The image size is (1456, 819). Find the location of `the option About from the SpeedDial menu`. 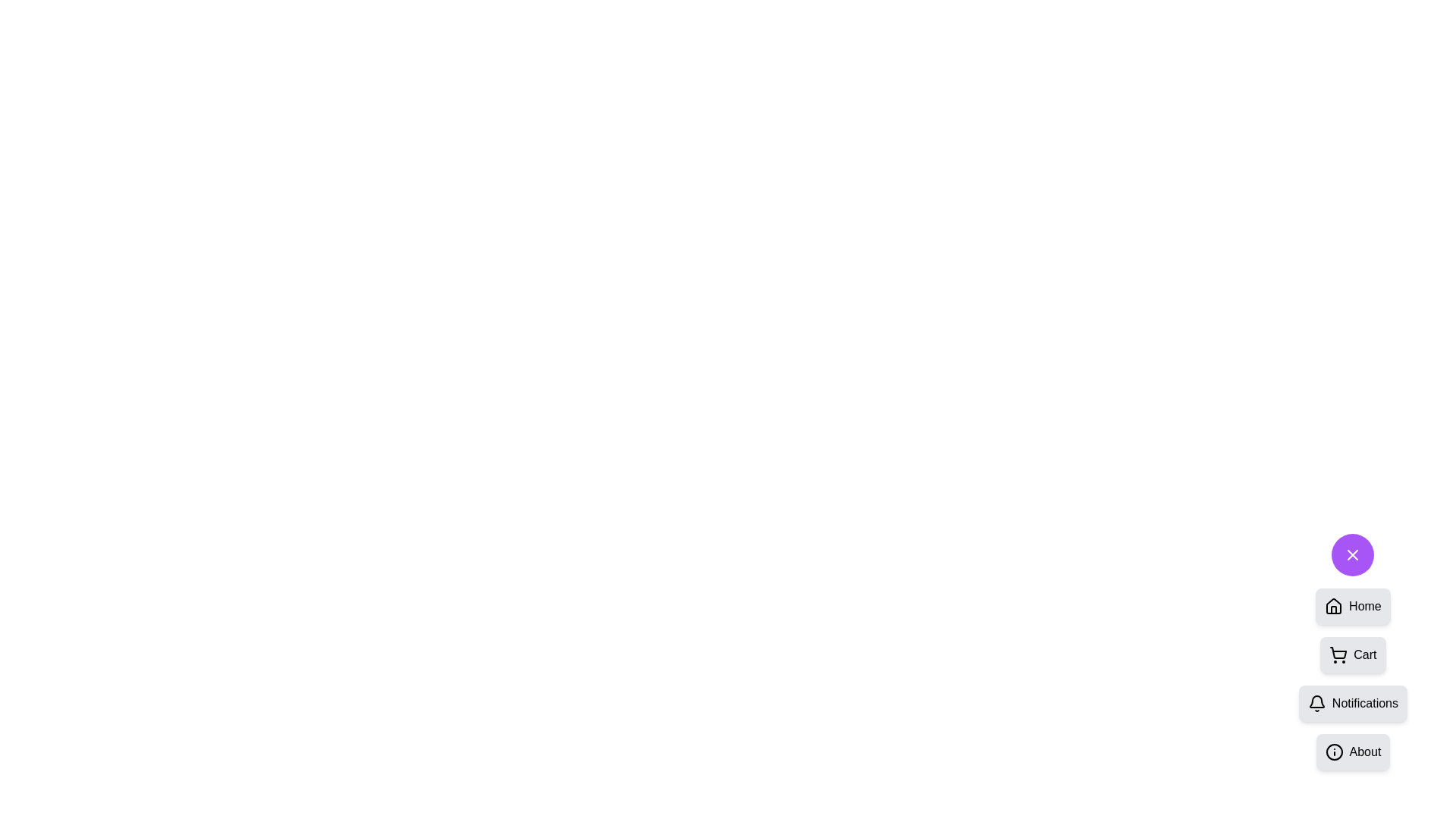

the option About from the SpeedDial menu is located at coordinates (1353, 752).